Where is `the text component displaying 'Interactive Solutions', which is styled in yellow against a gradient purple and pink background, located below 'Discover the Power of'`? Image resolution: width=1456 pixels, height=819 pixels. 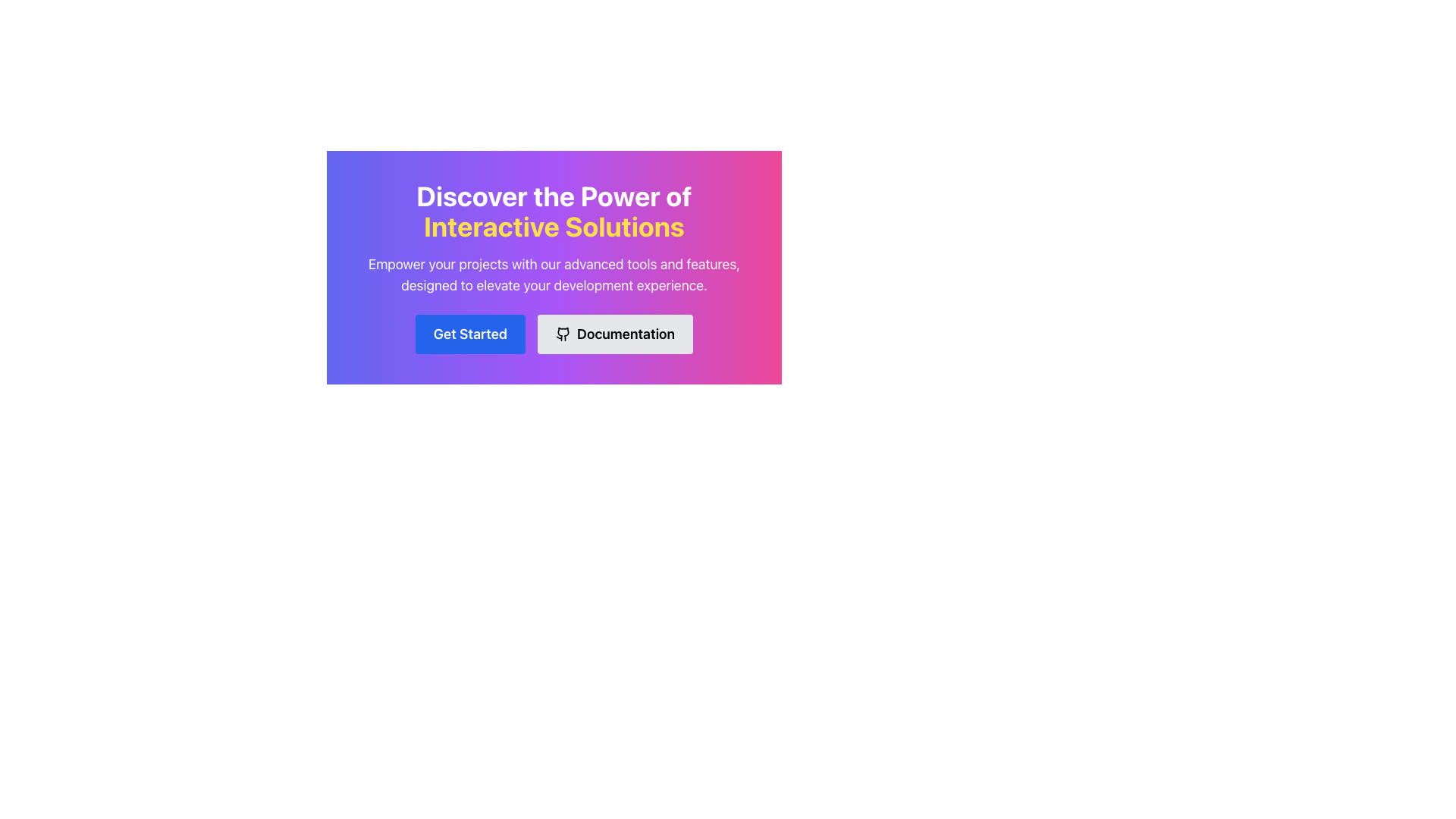
the text component displaying 'Interactive Solutions', which is styled in yellow against a gradient purple and pink background, located below 'Discover the Power of' is located at coordinates (553, 226).